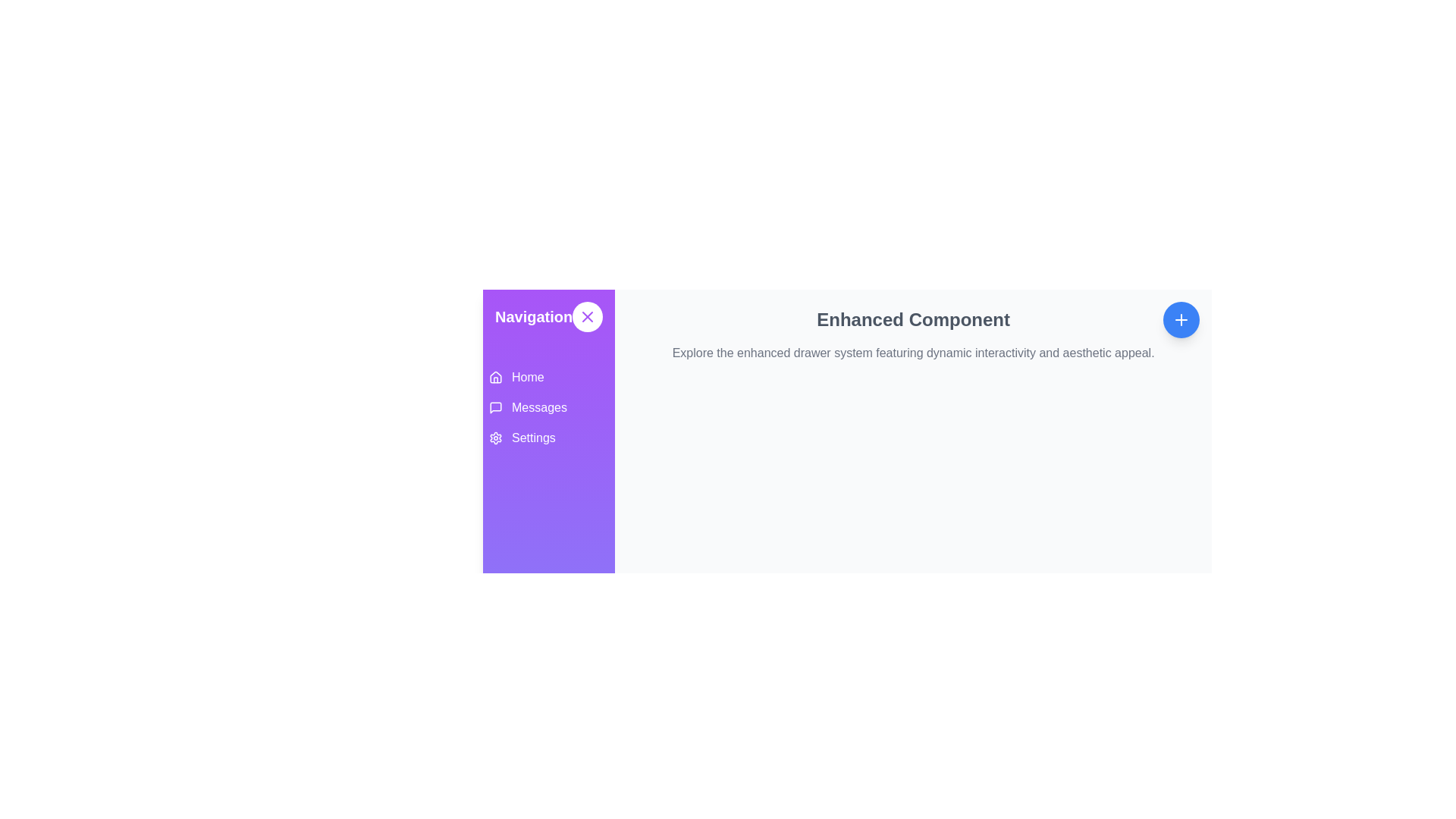 This screenshot has height=819, width=1456. I want to click on the graphical house icon representing the 'Home' option in the vertical navigation bar, so click(495, 376).